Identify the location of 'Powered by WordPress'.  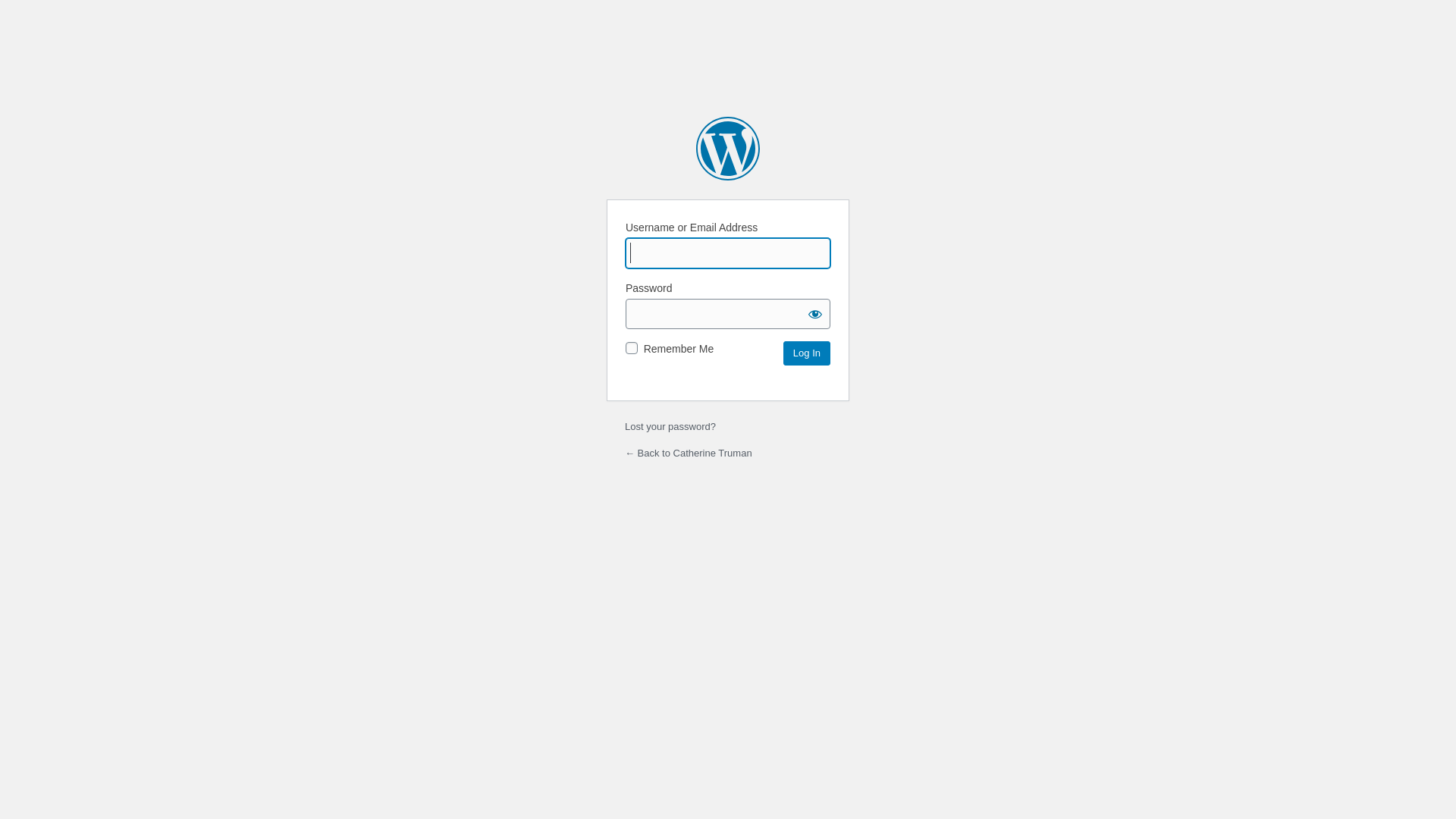
(728, 149).